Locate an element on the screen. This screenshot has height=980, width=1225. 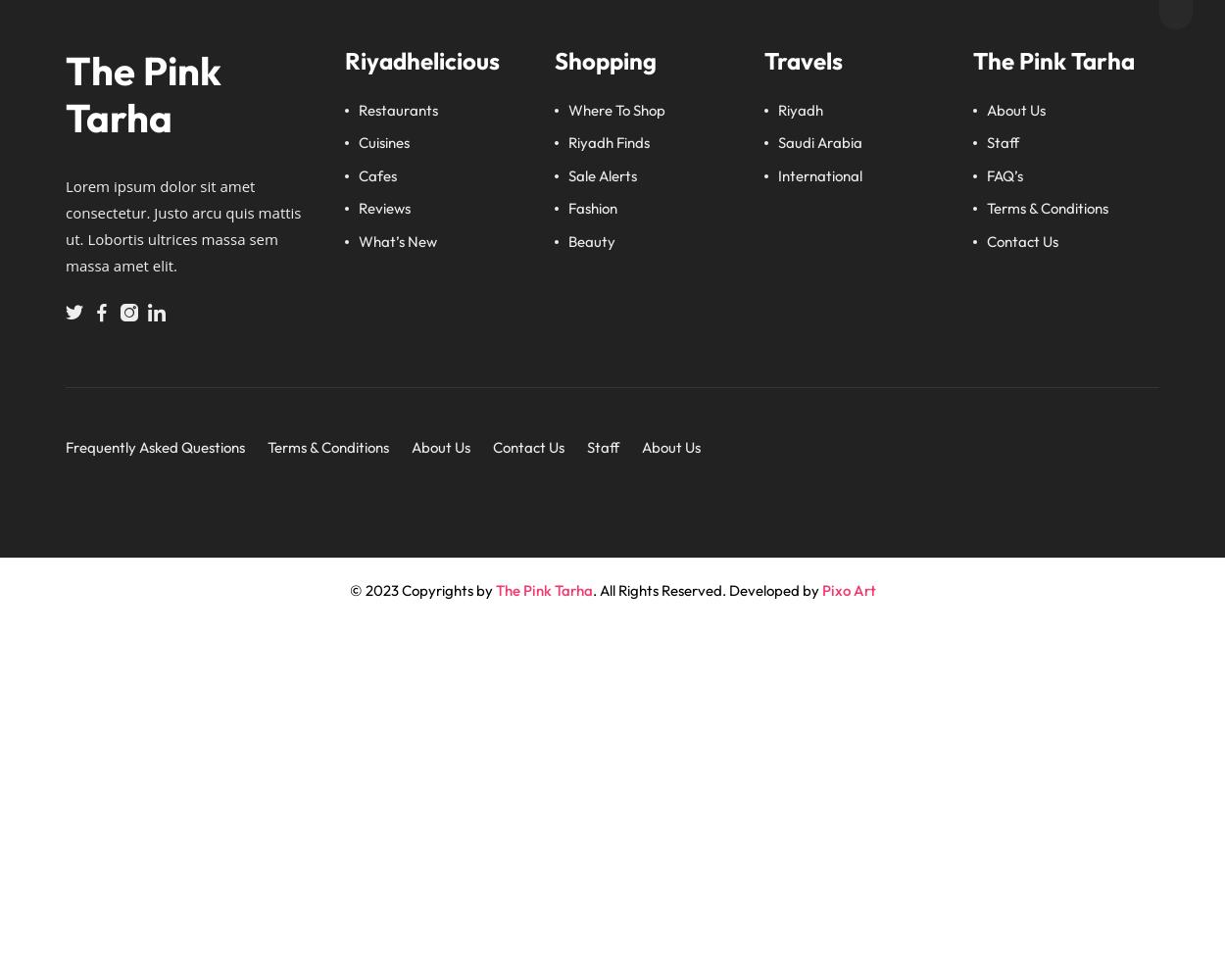
'Pixo Art' is located at coordinates (847, 588).